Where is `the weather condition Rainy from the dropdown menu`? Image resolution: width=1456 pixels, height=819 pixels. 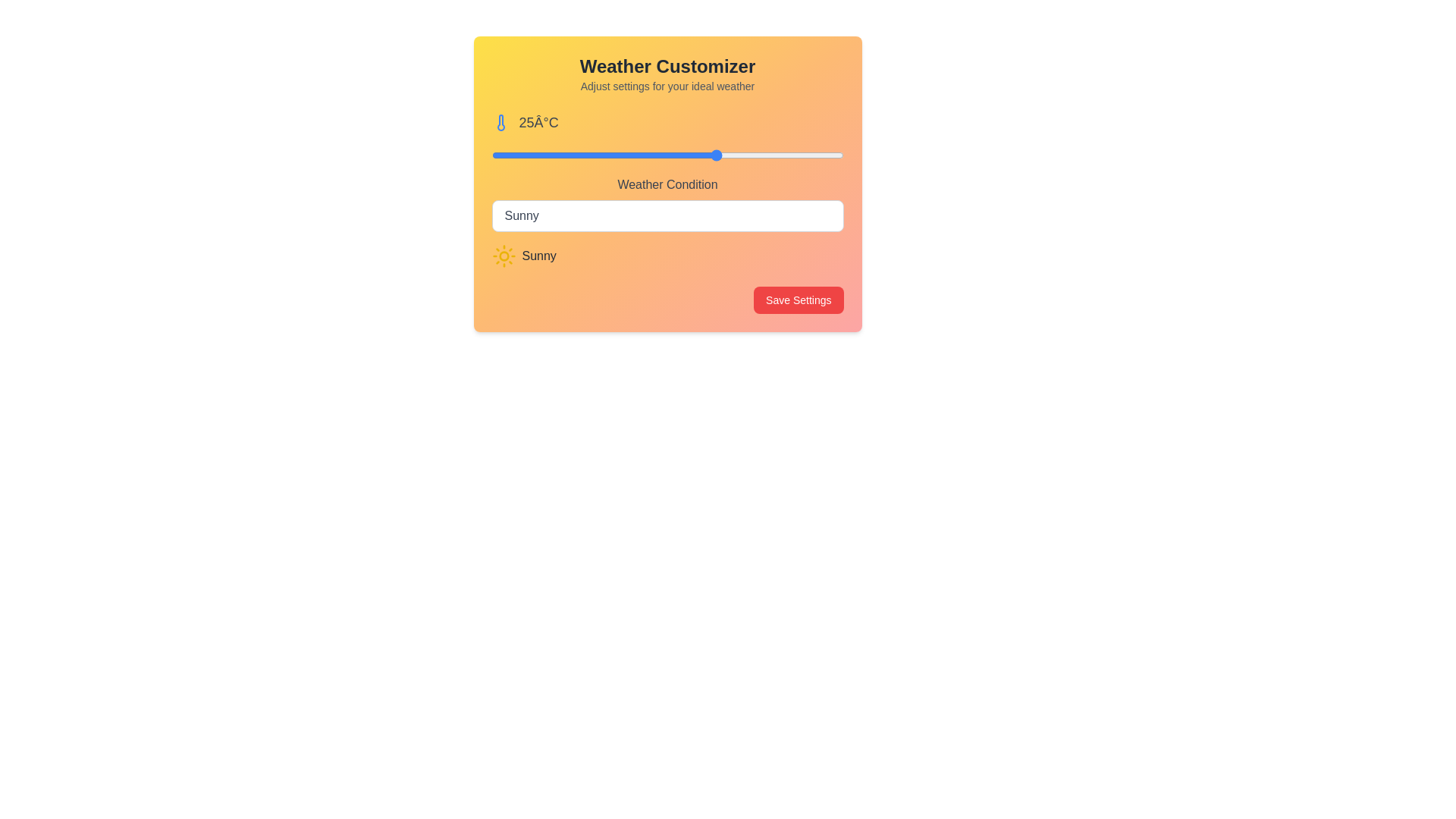 the weather condition Rainy from the dropdown menu is located at coordinates (667, 216).